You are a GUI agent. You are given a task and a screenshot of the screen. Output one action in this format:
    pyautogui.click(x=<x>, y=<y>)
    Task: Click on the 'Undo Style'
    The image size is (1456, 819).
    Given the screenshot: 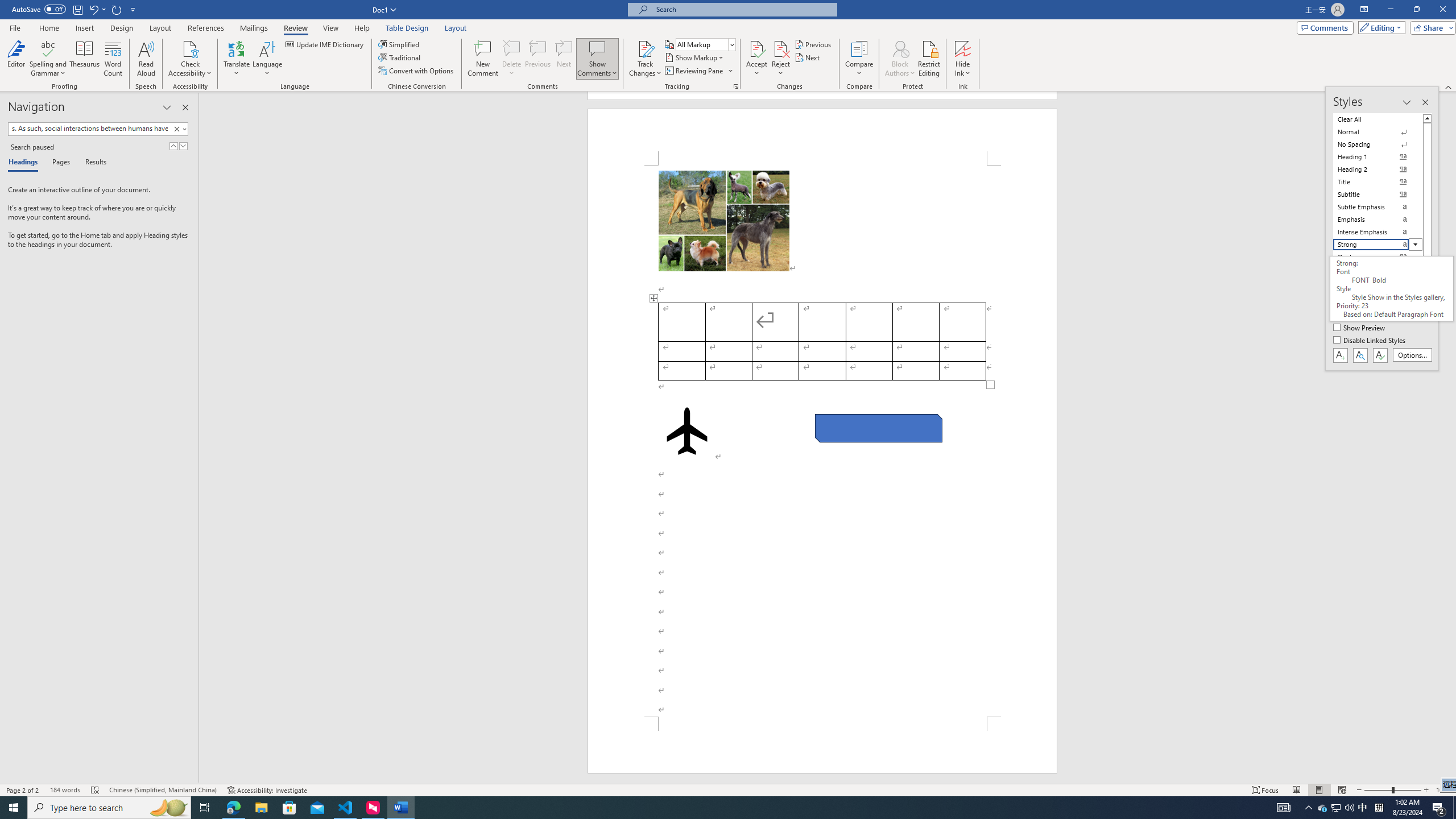 What is the action you would take?
    pyautogui.click(x=97, y=9)
    